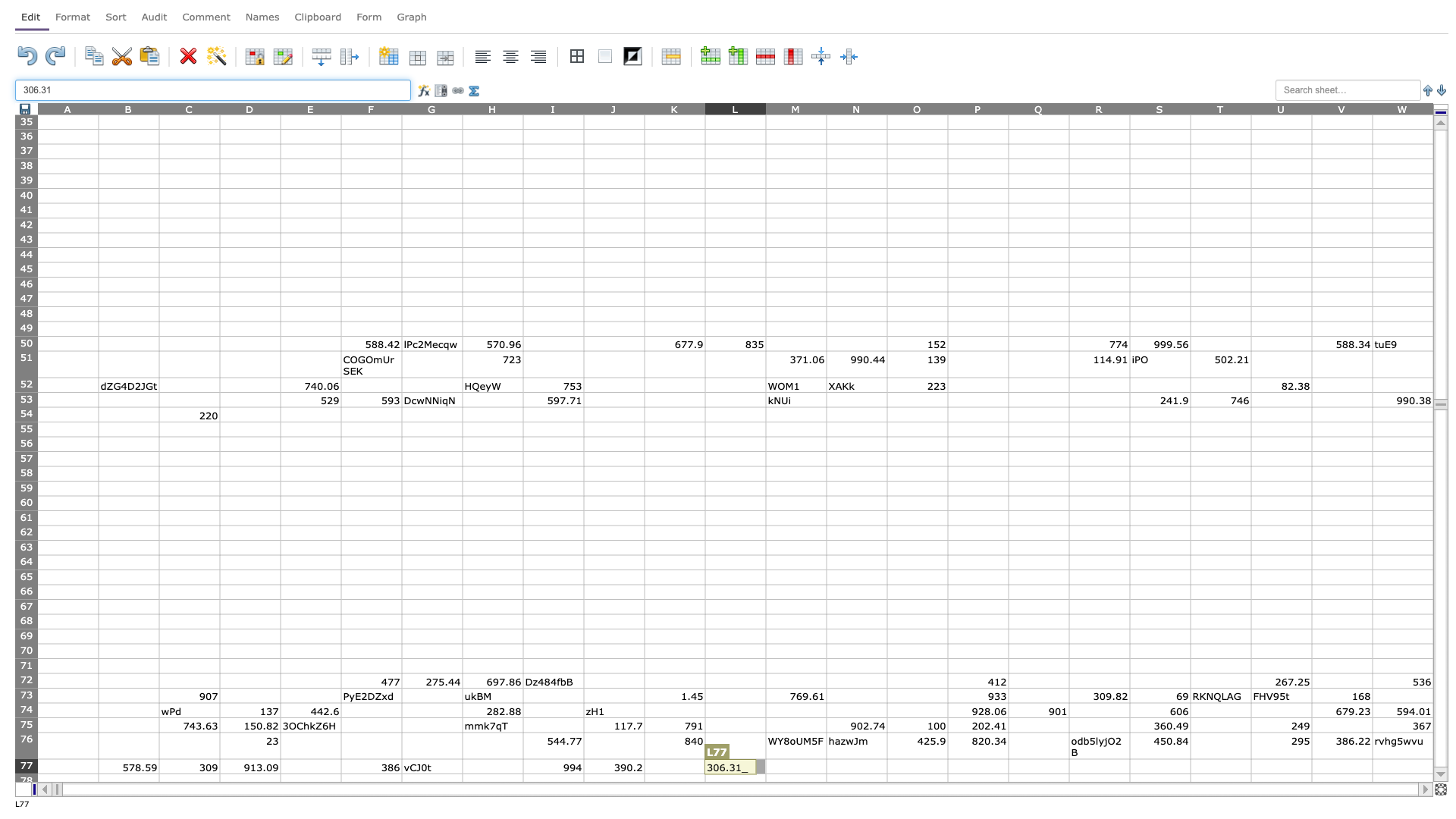 This screenshot has width=1456, height=819. What do you see at coordinates (765, 759) in the screenshot?
I see `top left corner of cell M77` at bounding box center [765, 759].